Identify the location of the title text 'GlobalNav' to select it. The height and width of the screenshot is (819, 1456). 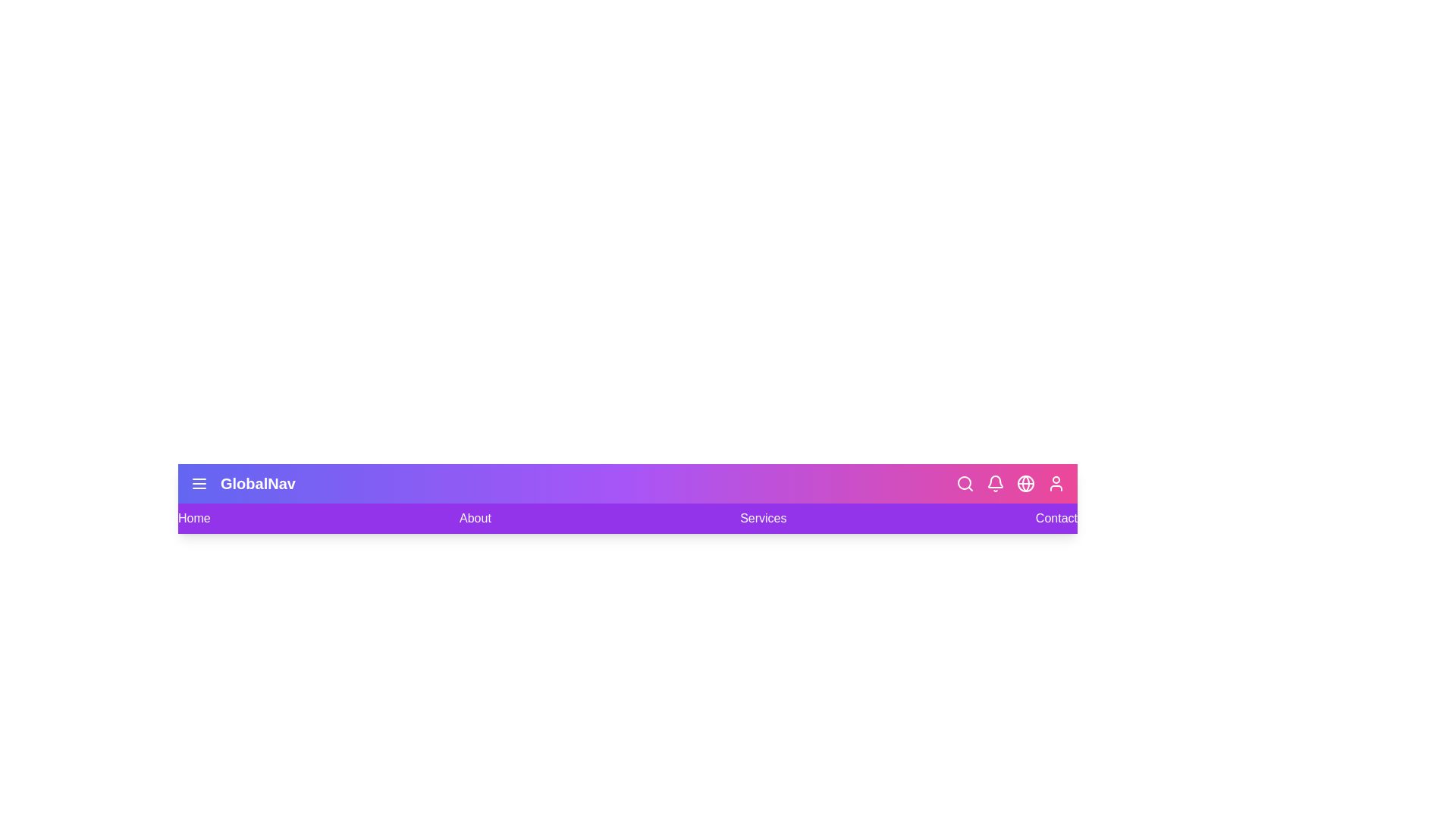
(258, 483).